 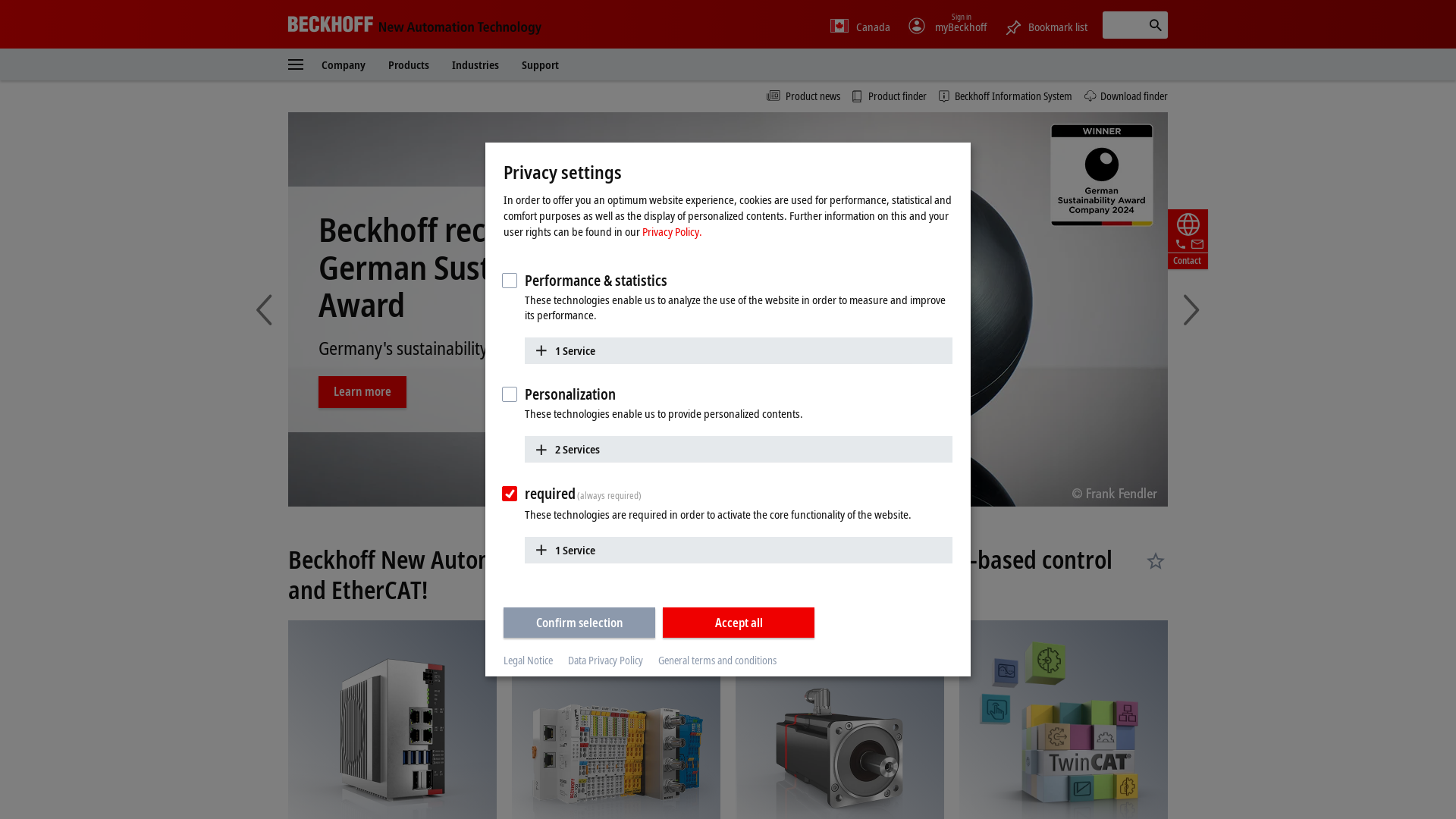 I want to click on 'Product finder', so click(x=889, y=96).